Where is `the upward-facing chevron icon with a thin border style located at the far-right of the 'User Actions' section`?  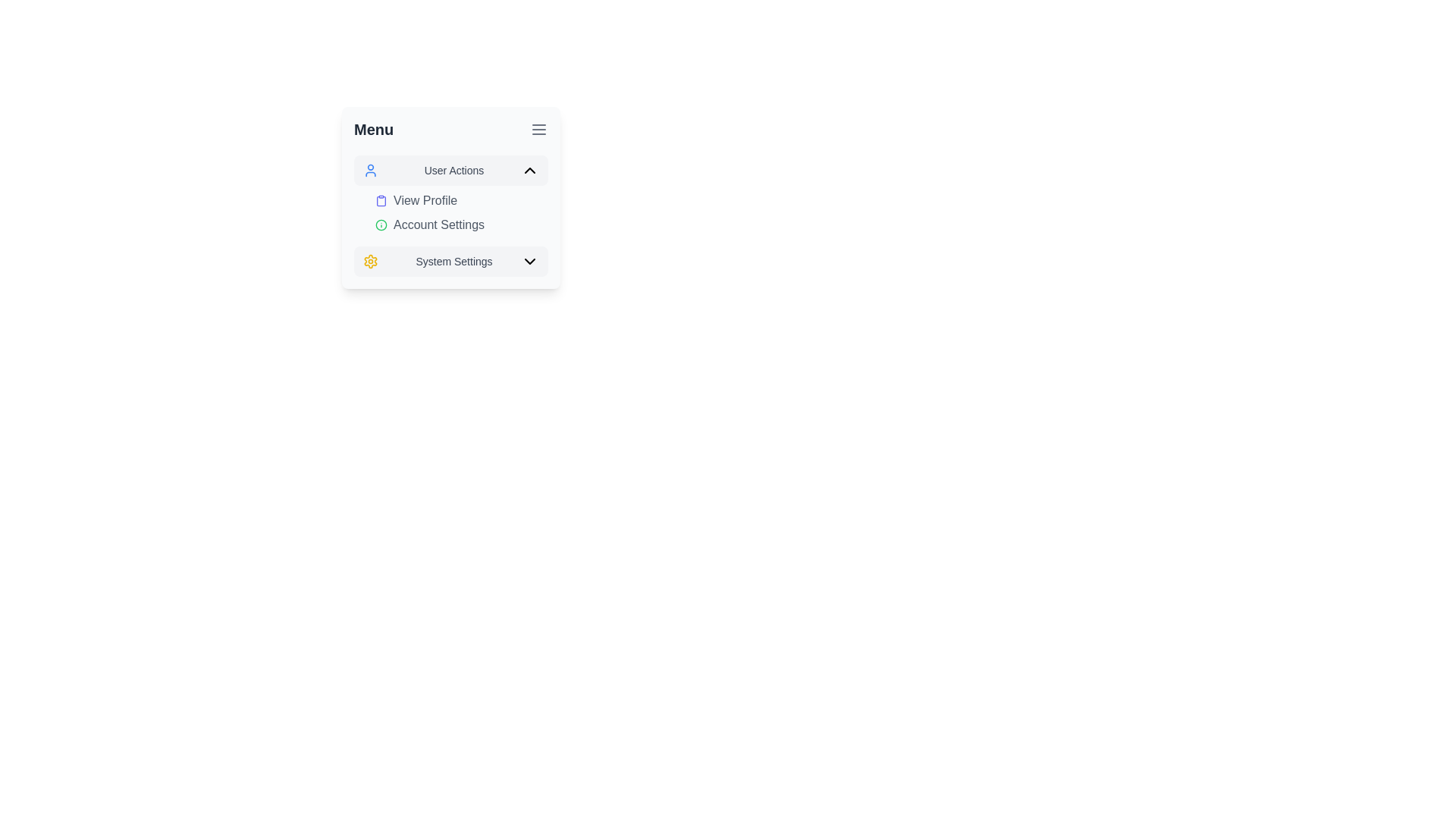
the upward-facing chevron icon with a thin border style located at the far-right of the 'User Actions' section is located at coordinates (530, 170).